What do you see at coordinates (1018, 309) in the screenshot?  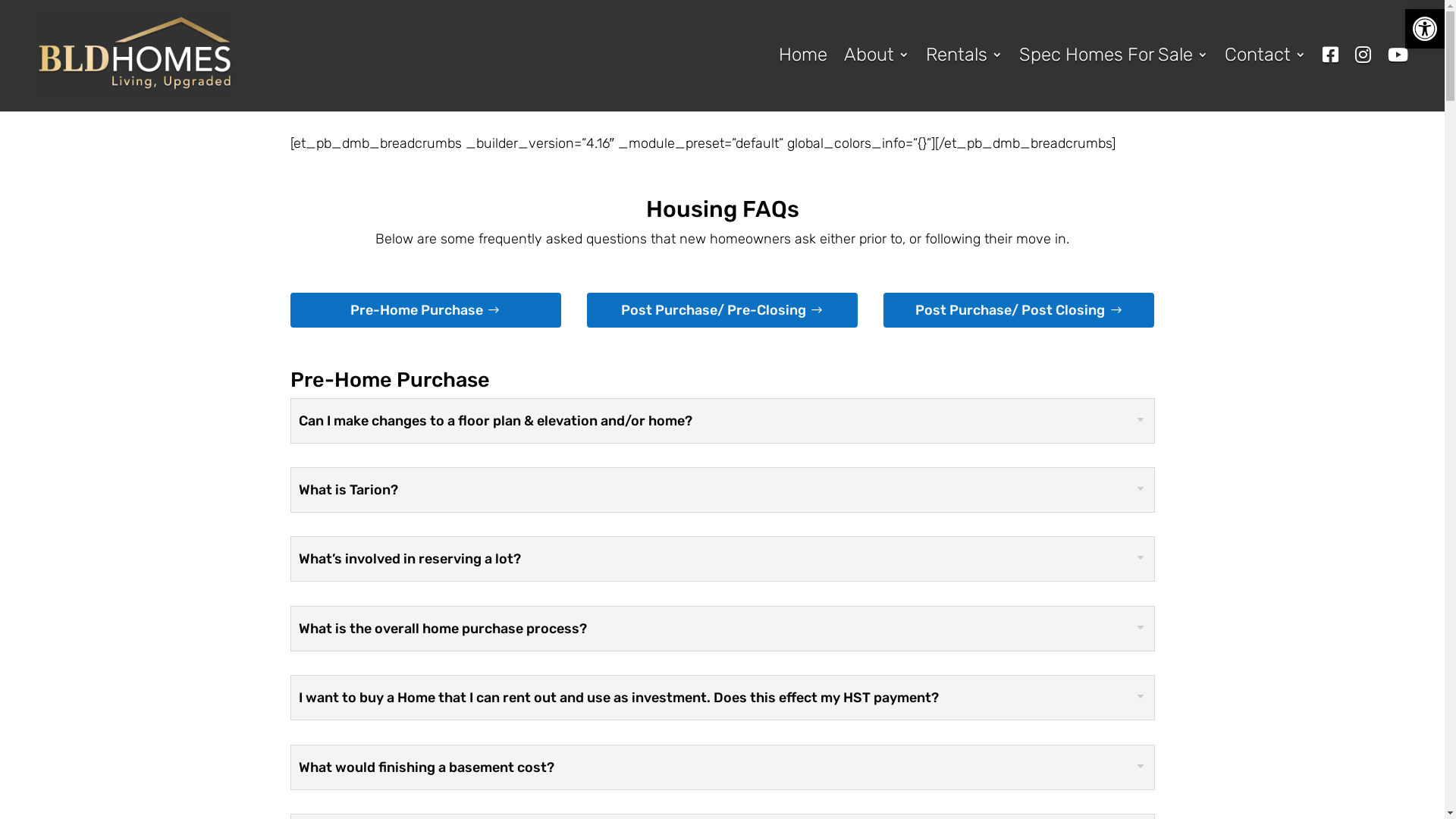 I see `'Post Purchase/ Post Closing'` at bounding box center [1018, 309].